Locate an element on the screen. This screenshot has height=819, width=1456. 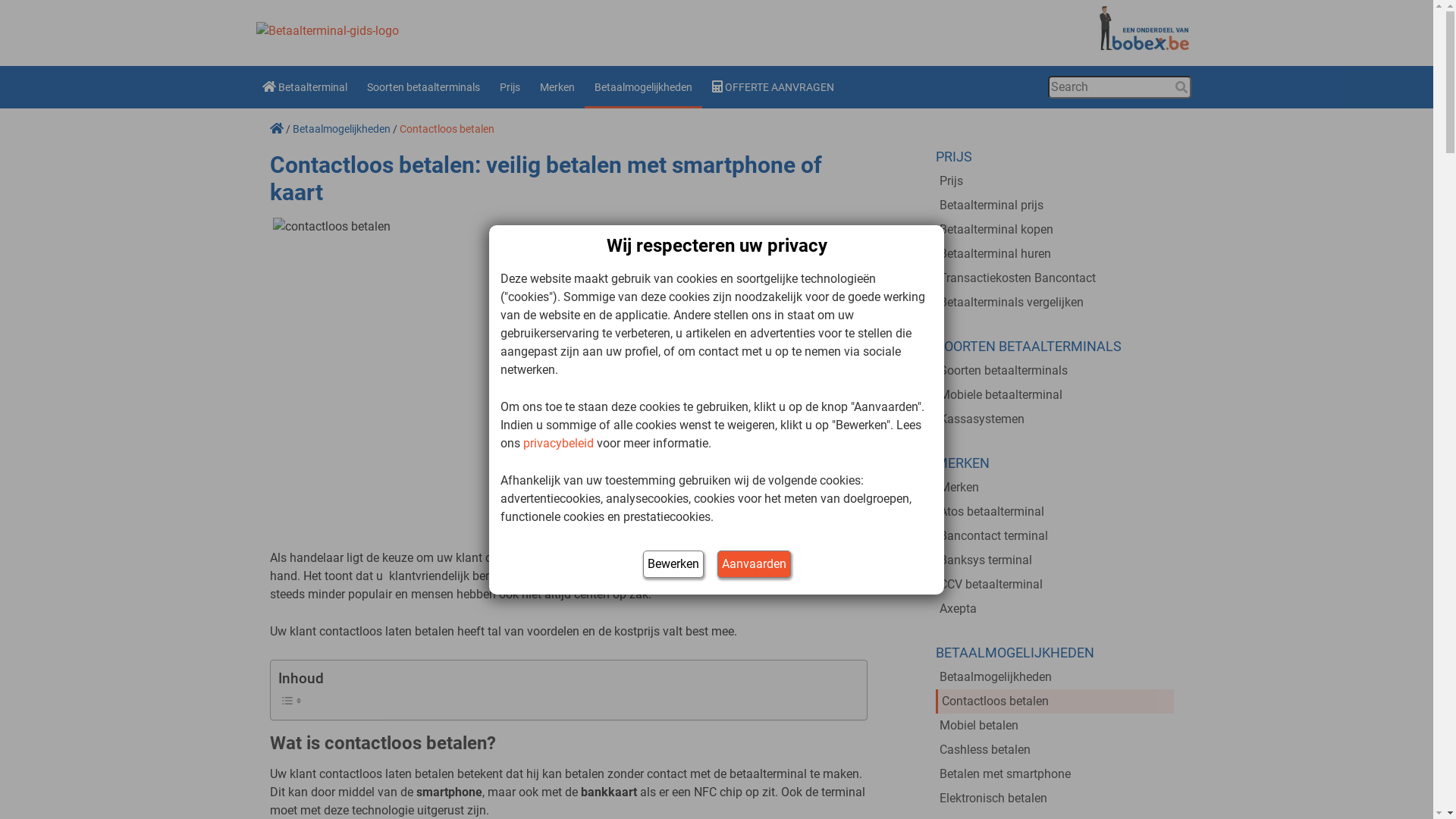
'Betaalterminals vergelijken' is located at coordinates (1054, 302).